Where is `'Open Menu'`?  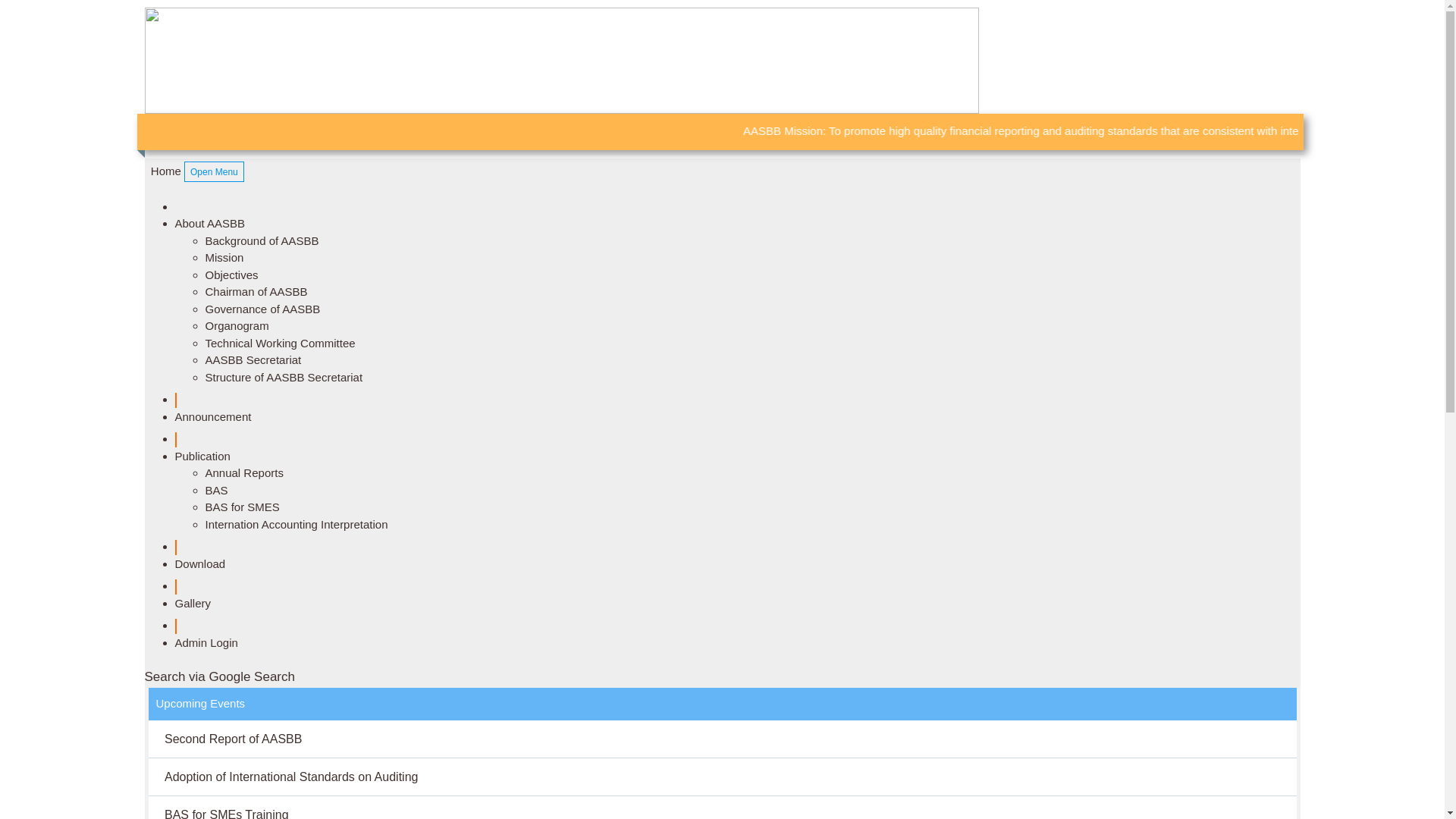
'Open Menu' is located at coordinates (213, 171).